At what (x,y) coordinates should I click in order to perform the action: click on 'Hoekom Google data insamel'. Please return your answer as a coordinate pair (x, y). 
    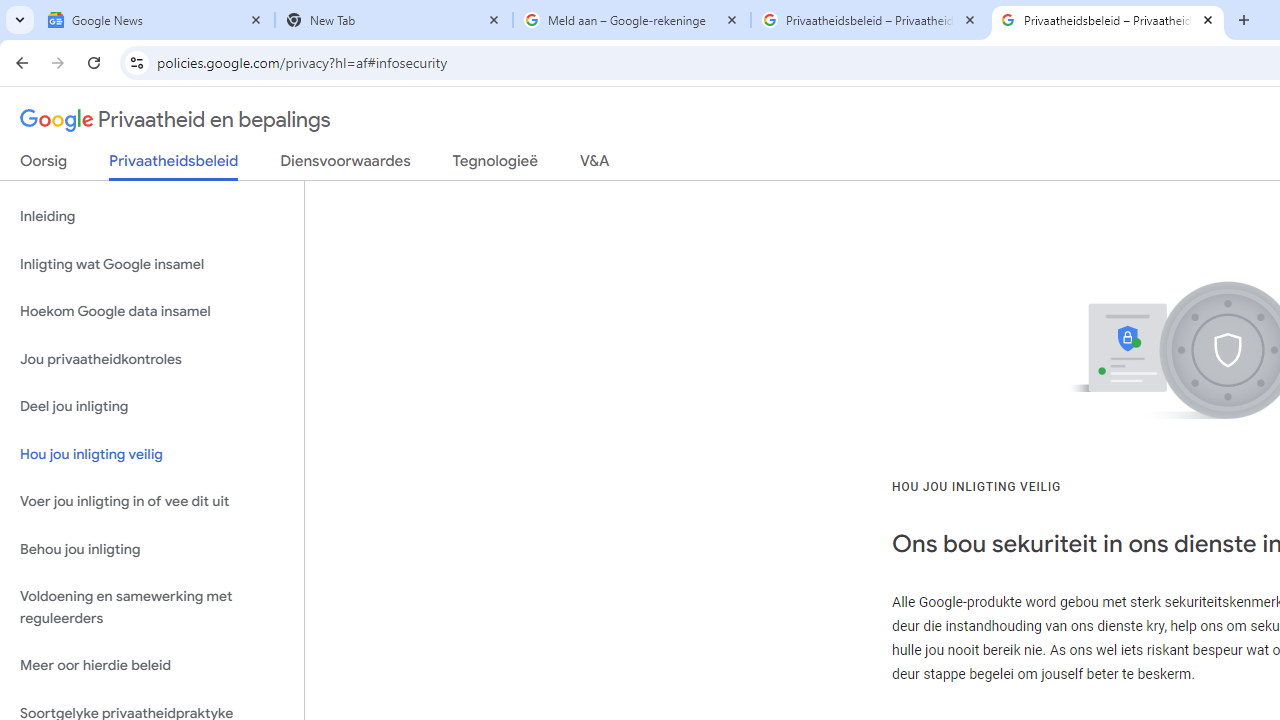
    Looking at the image, I should click on (151, 312).